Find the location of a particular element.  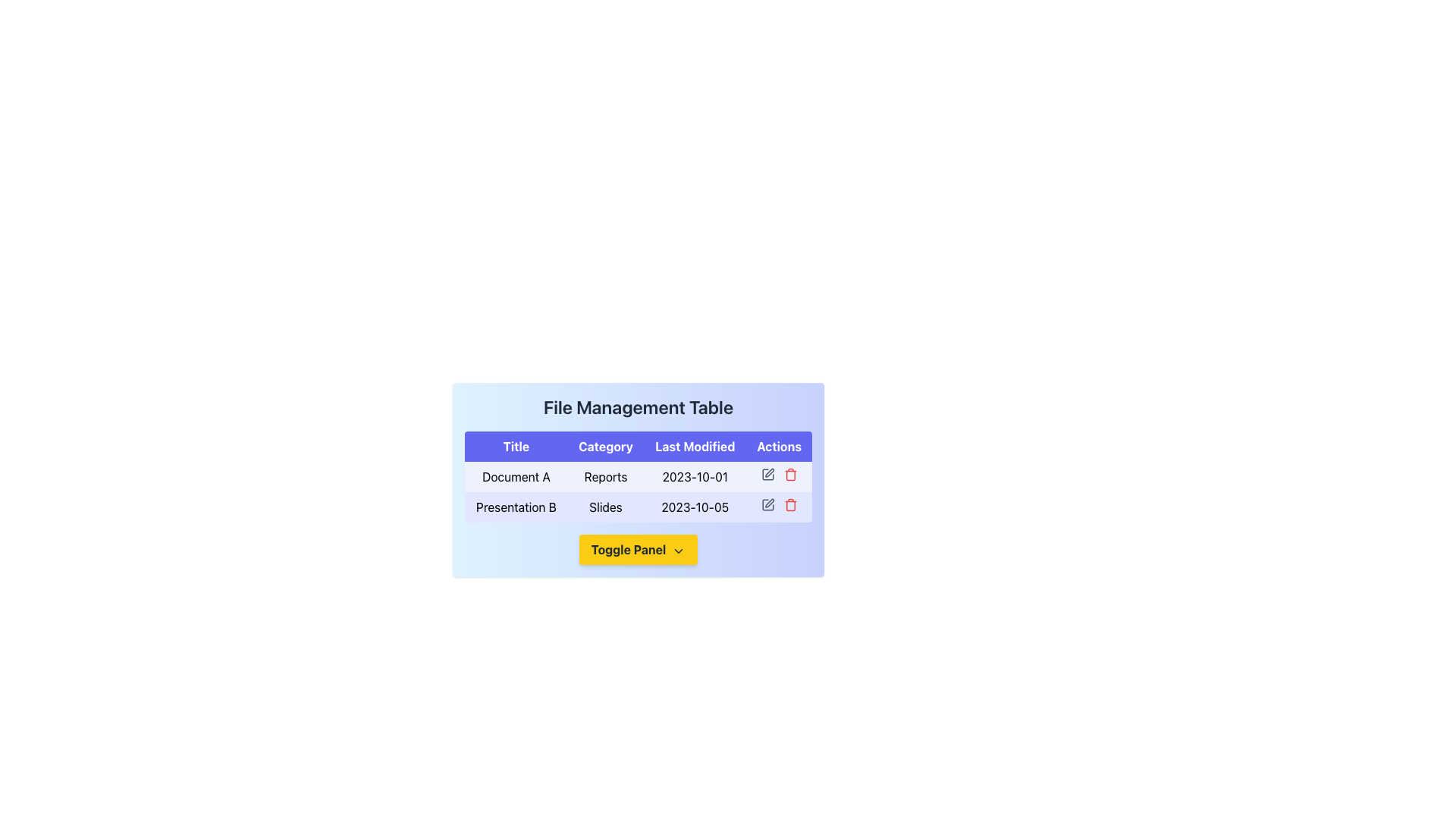

the Text label in the 'Category' column corresponding to 'Document A' in the file management table is located at coordinates (605, 475).